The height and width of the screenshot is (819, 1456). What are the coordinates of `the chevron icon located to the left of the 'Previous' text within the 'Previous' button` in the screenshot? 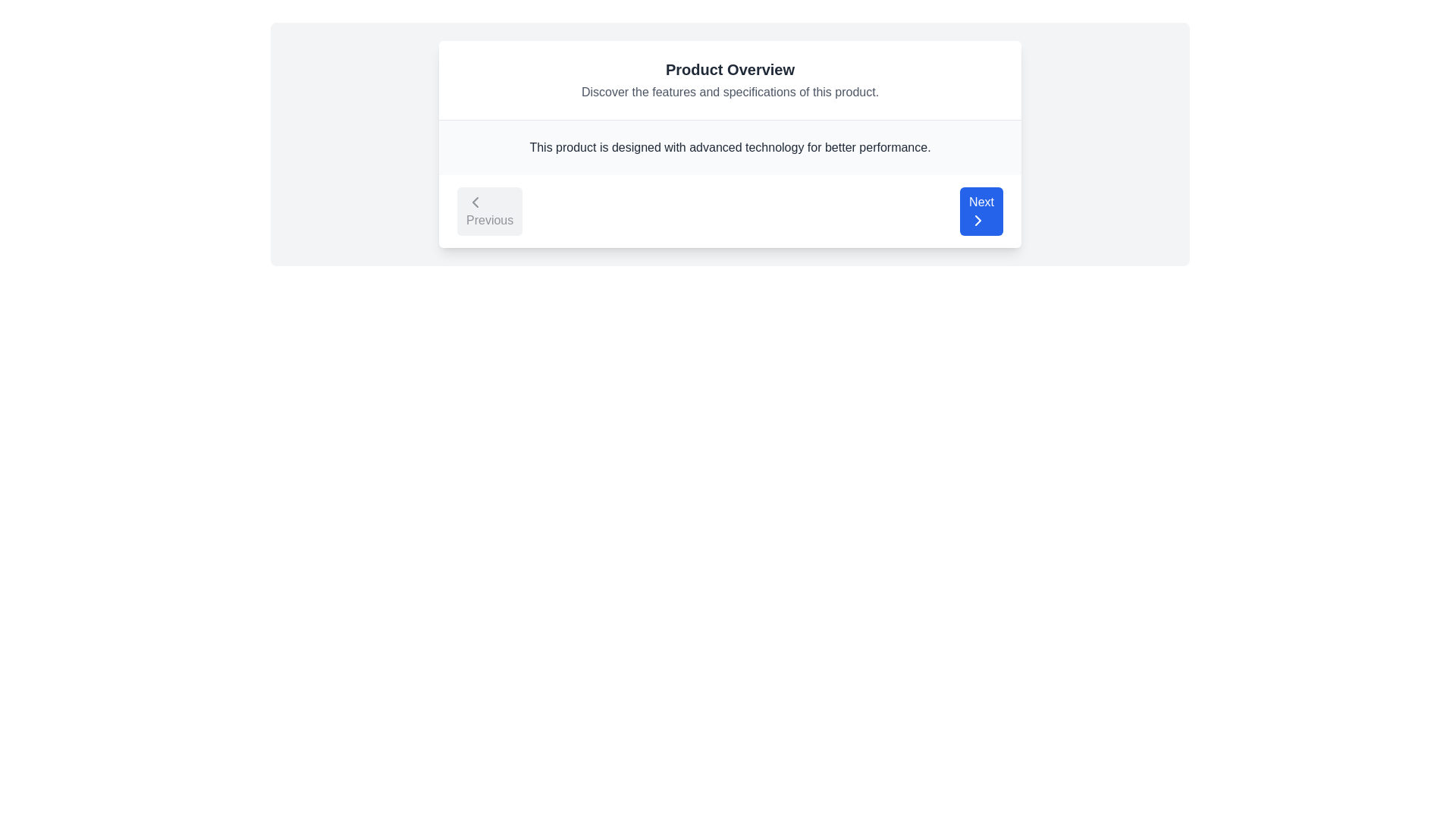 It's located at (475, 201).